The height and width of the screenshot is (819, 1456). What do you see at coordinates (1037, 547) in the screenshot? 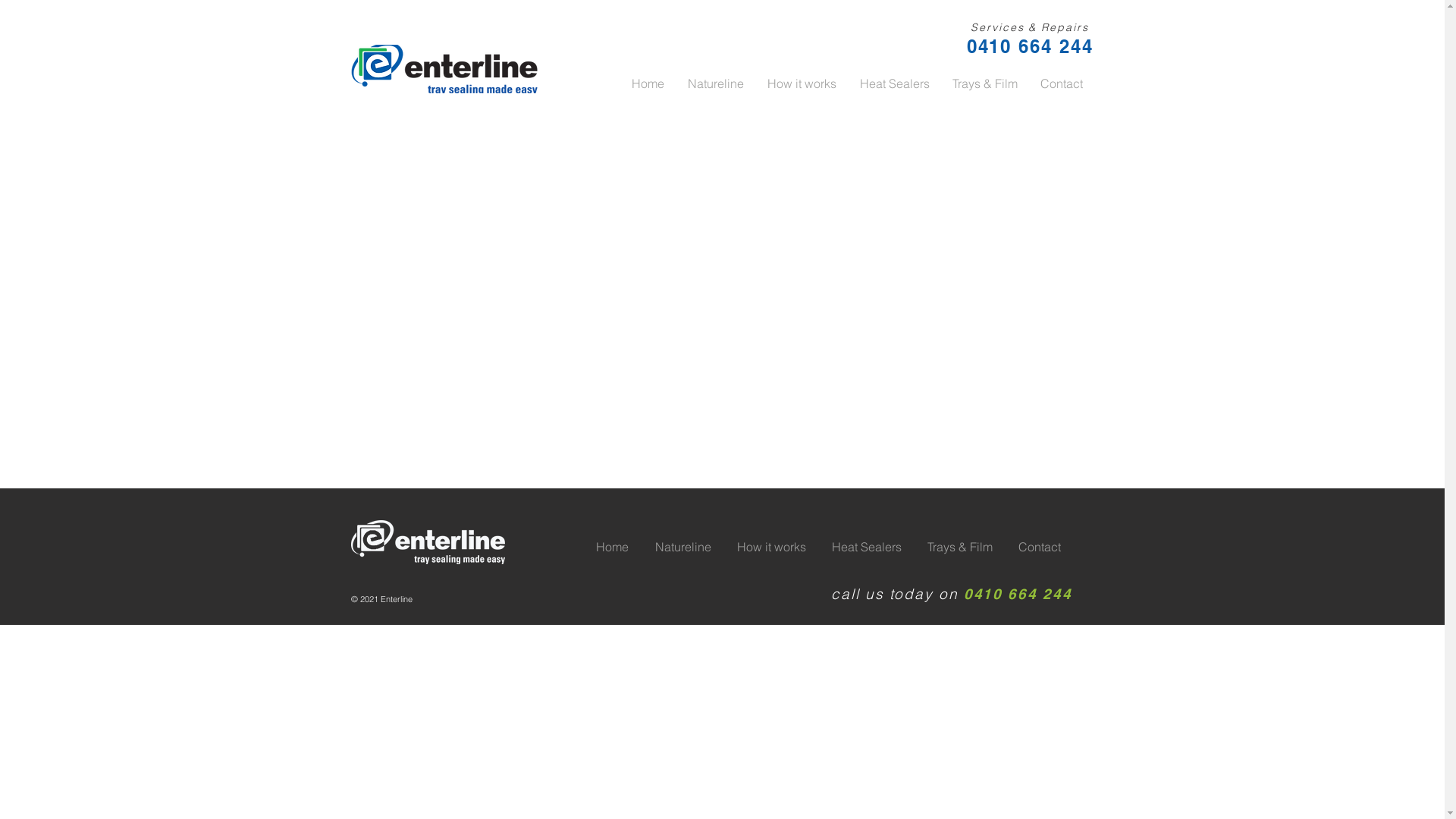
I see `'Contact'` at bounding box center [1037, 547].